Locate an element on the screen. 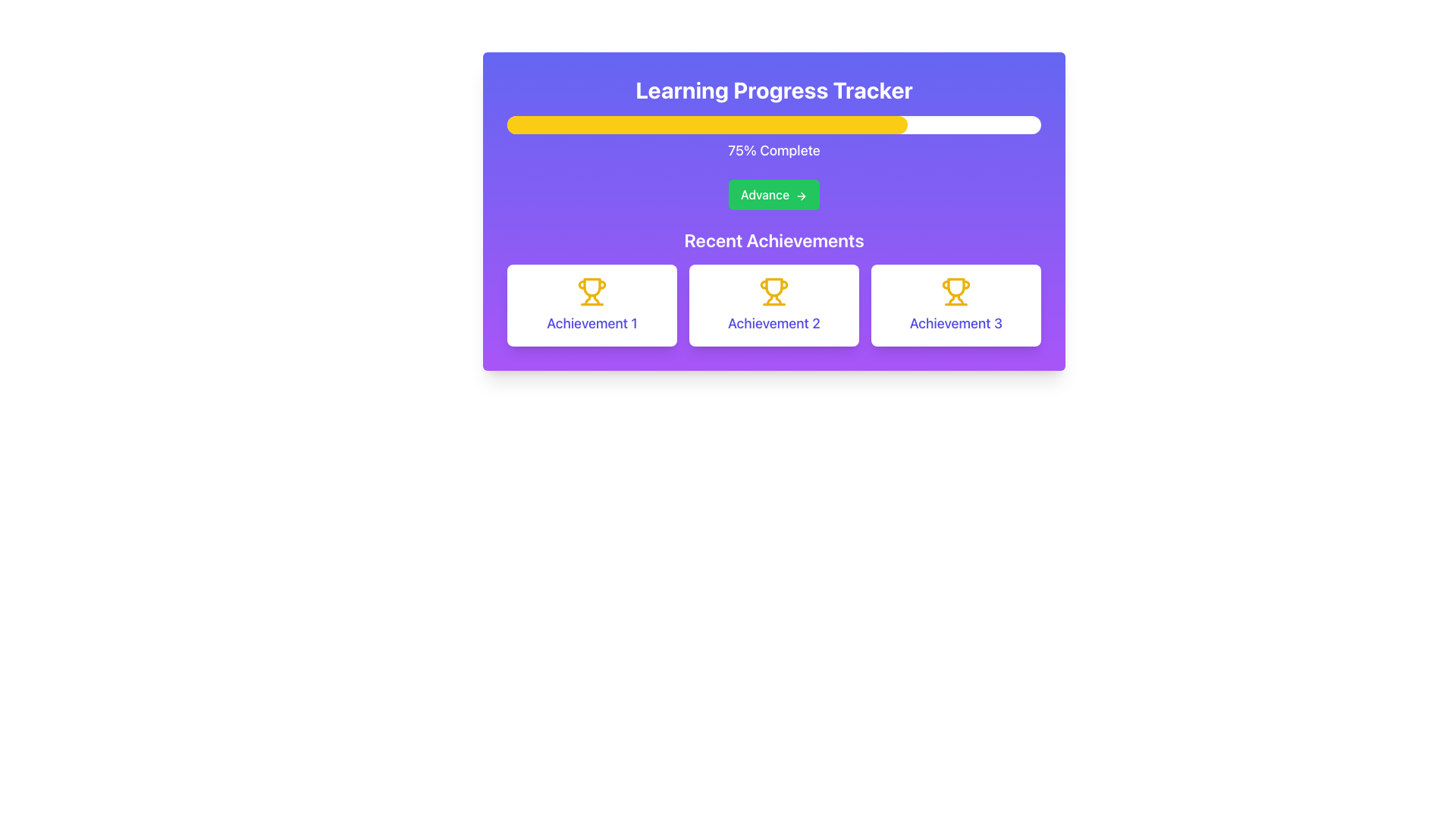 The height and width of the screenshot is (819, 1456). the achievement icon indicating 'Achievement 3', located within the third box of the achievement icons is located at coordinates (955, 292).